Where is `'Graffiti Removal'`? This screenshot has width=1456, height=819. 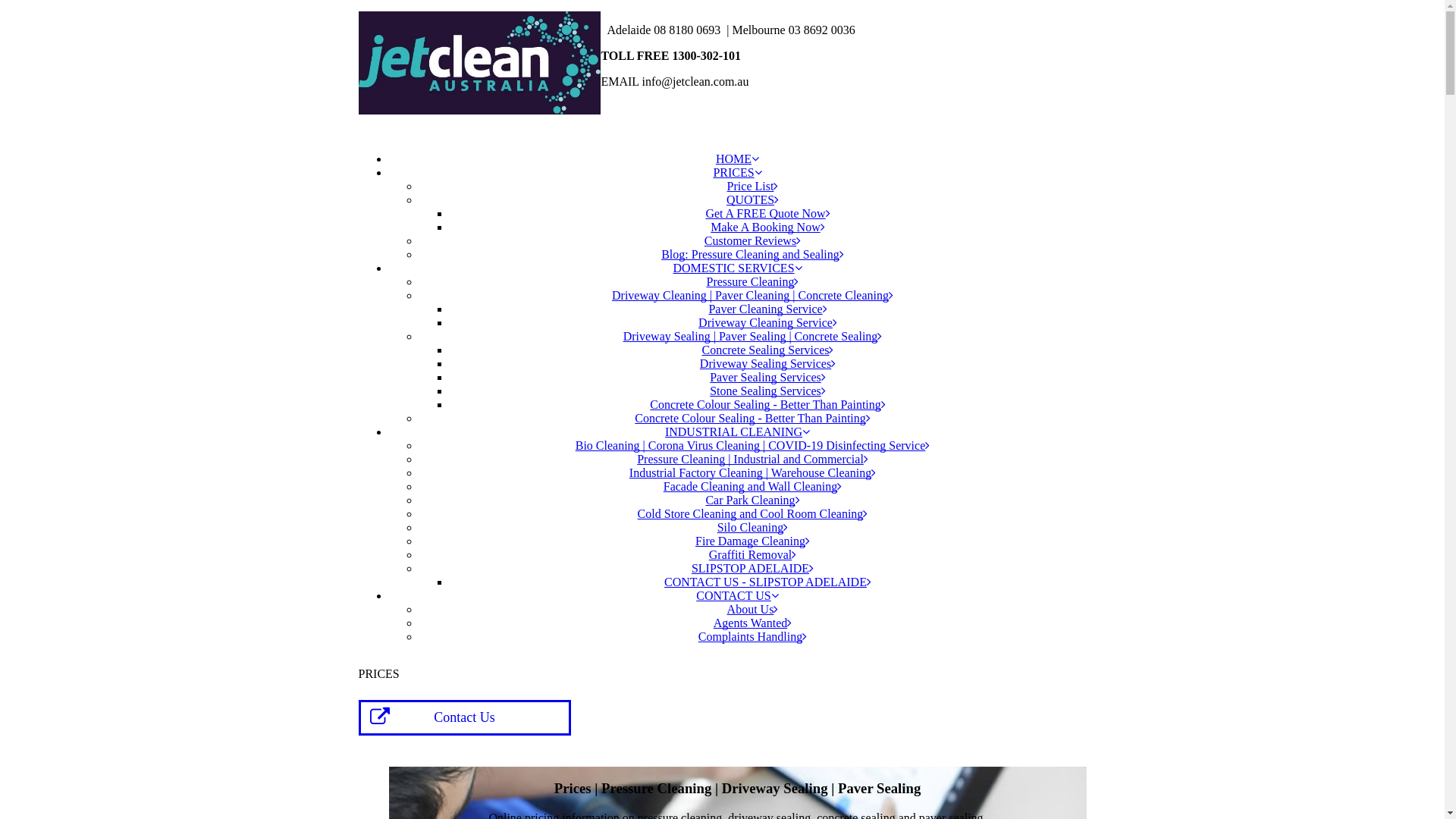
'Graffiti Removal' is located at coordinates (708, 554).